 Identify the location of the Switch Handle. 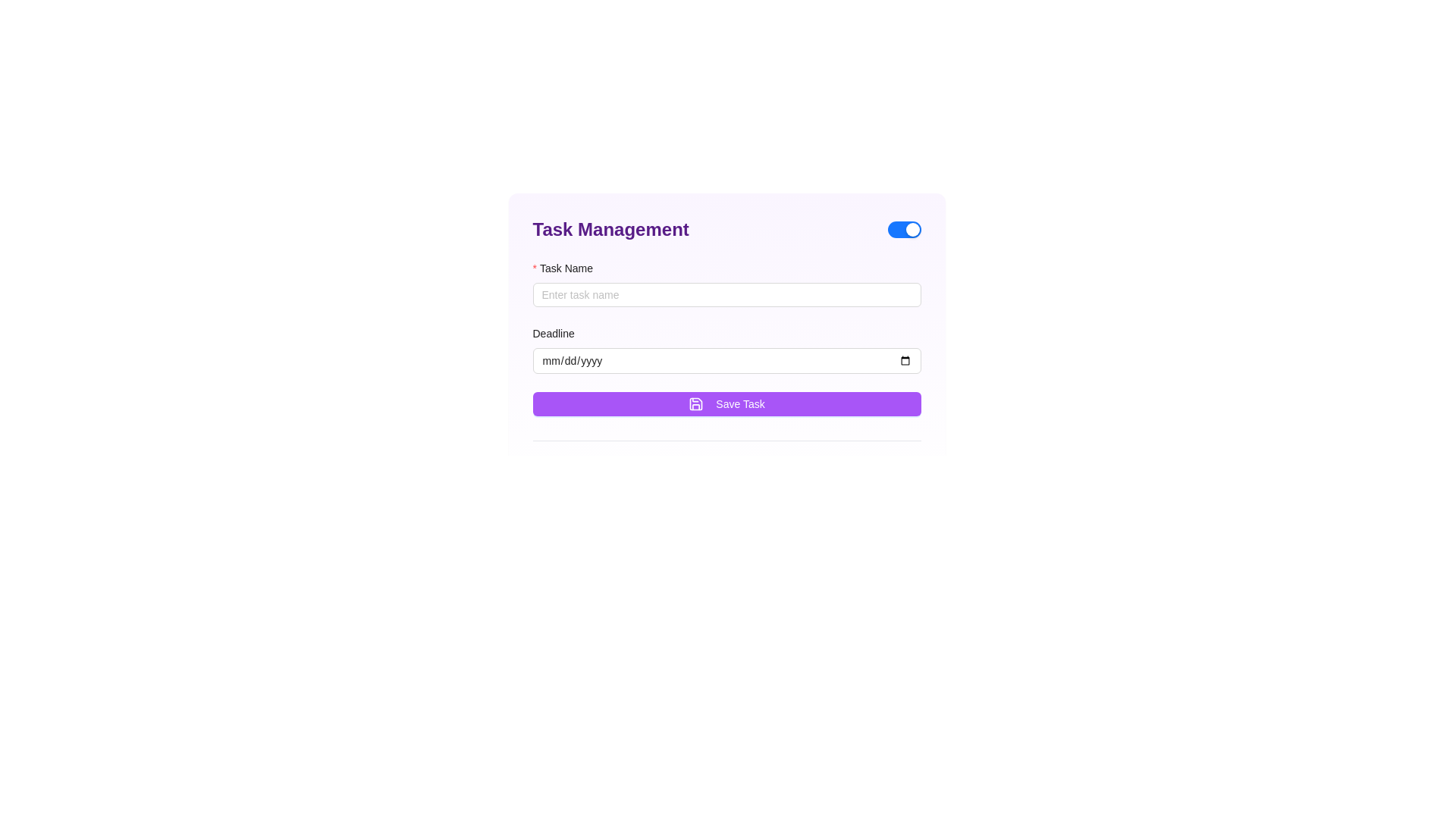
(912, 230).